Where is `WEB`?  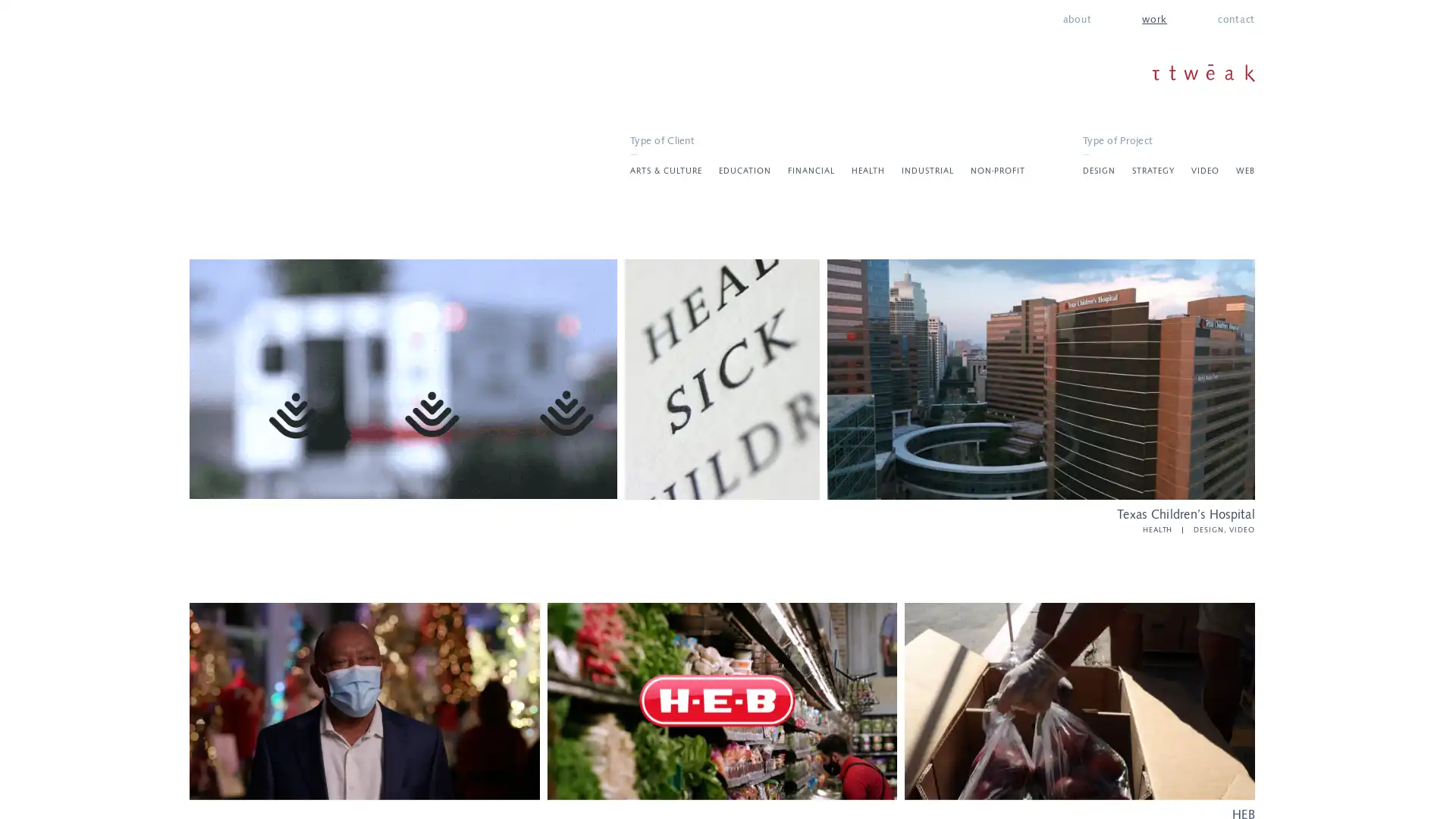 WEB is located at coordinates (1245, 171).